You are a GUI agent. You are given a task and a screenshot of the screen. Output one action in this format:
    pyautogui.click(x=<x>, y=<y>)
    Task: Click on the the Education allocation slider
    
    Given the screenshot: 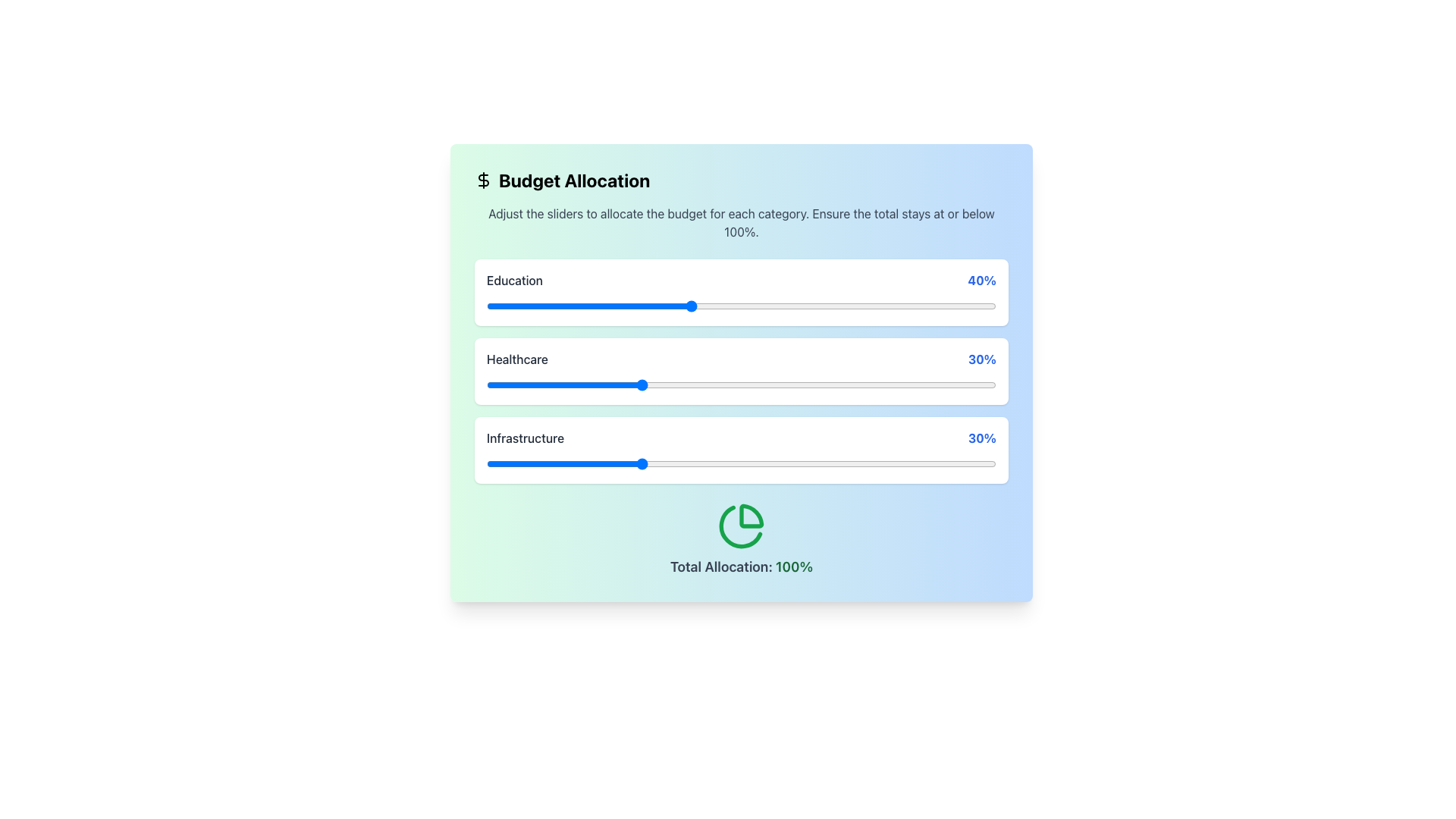 What is the action you would take?
    pyautogui.click(x=491, y=306)
    